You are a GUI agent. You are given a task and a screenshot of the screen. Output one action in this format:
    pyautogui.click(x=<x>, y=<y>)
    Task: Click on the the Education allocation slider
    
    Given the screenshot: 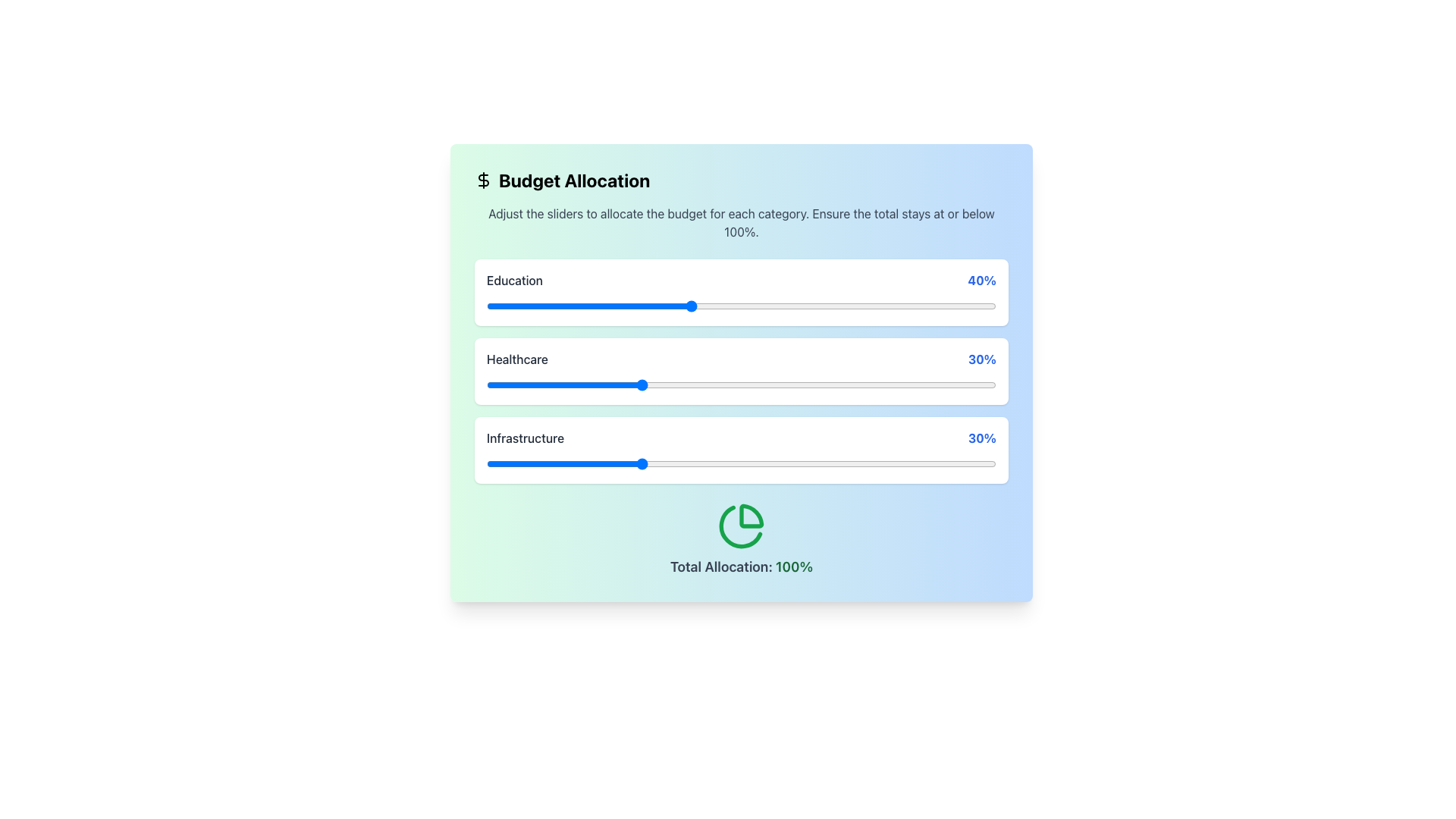 What is the action you would take?
    pyautogui.click(x=491, y=306)
    